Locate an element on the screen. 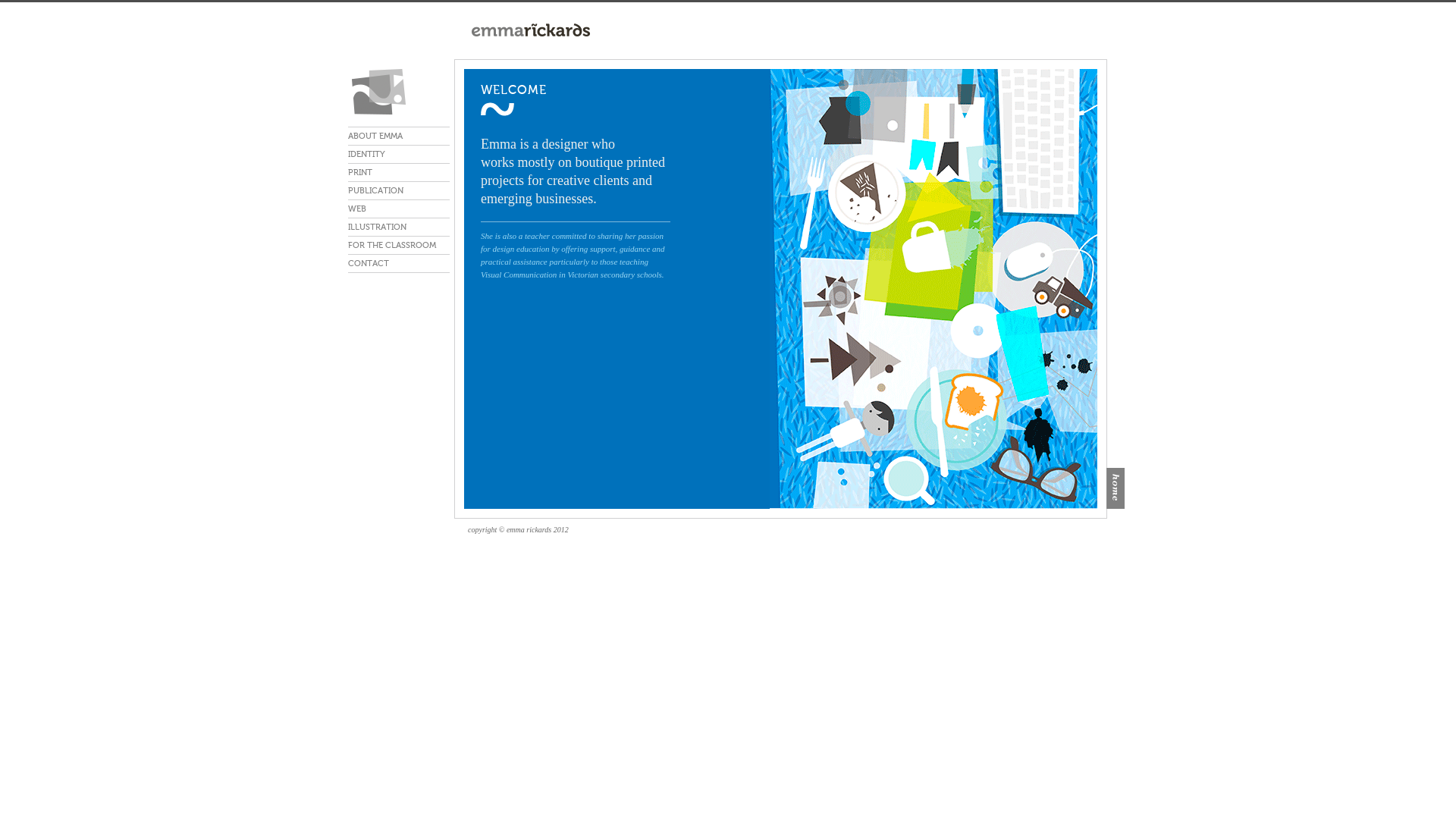 This screenshot has width=1456, height=819. 'PUBLICATION' is located at coordinates (399, 190).